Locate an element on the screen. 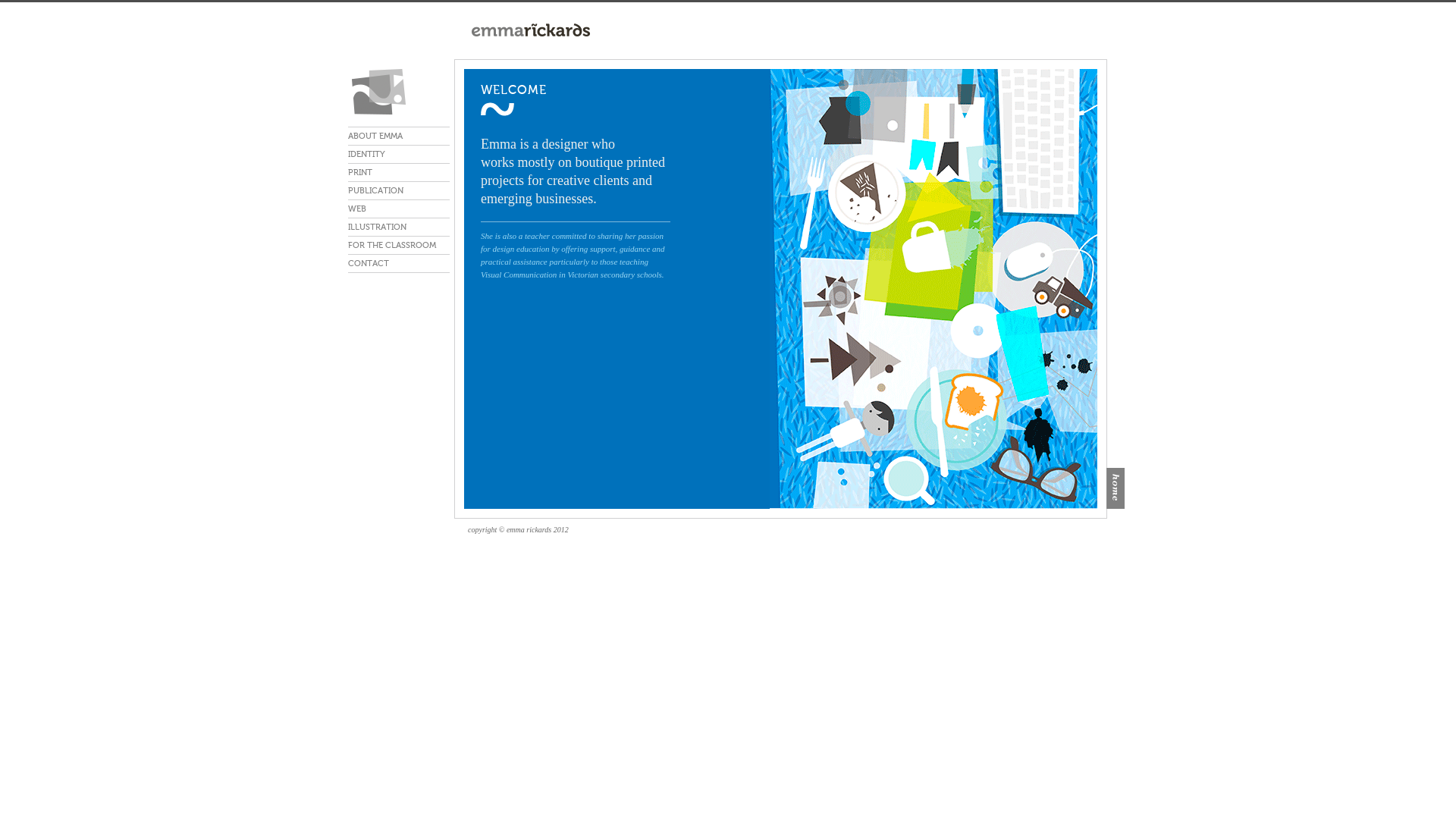 This screenshot has width=1456, height=819. 'PUBLICATION' is located at coordinates (399, 190).